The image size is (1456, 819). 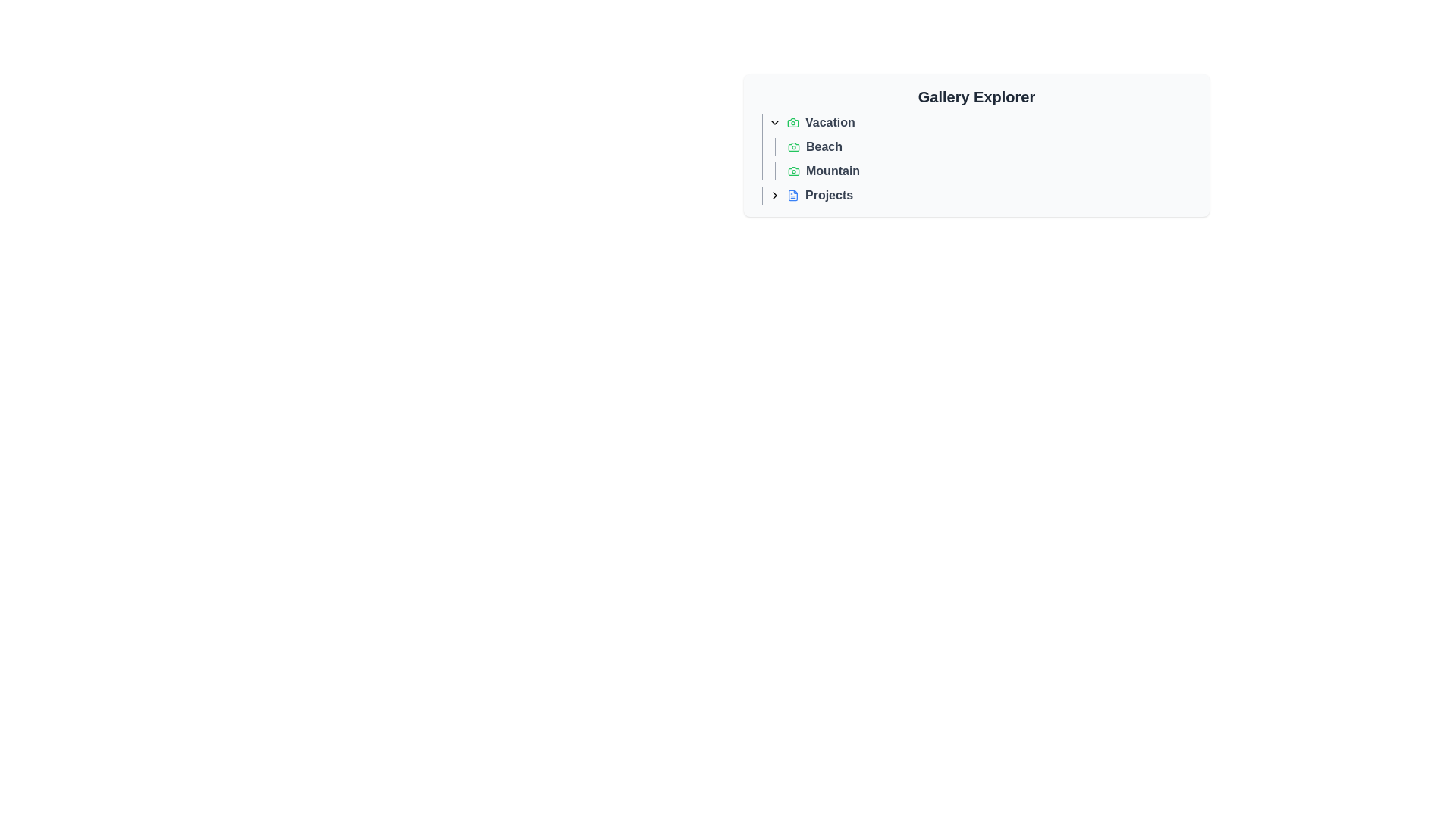 I want to click on the small camera icon with a green outline, located to the immediate left of the text 'Beach', so click(x=792, y=146).